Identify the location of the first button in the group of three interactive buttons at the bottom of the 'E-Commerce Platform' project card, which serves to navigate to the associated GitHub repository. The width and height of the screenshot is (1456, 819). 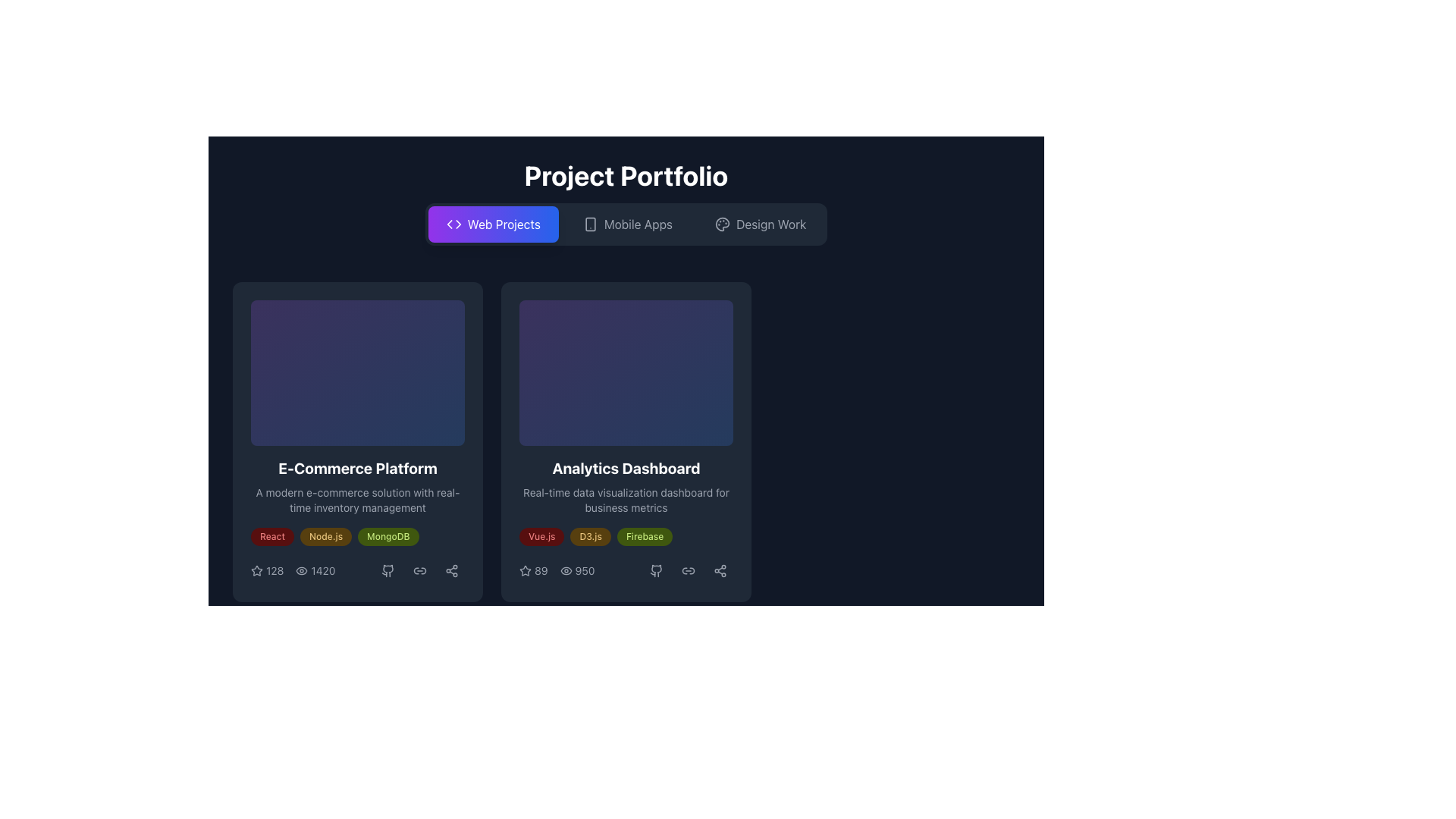
(388, 570).